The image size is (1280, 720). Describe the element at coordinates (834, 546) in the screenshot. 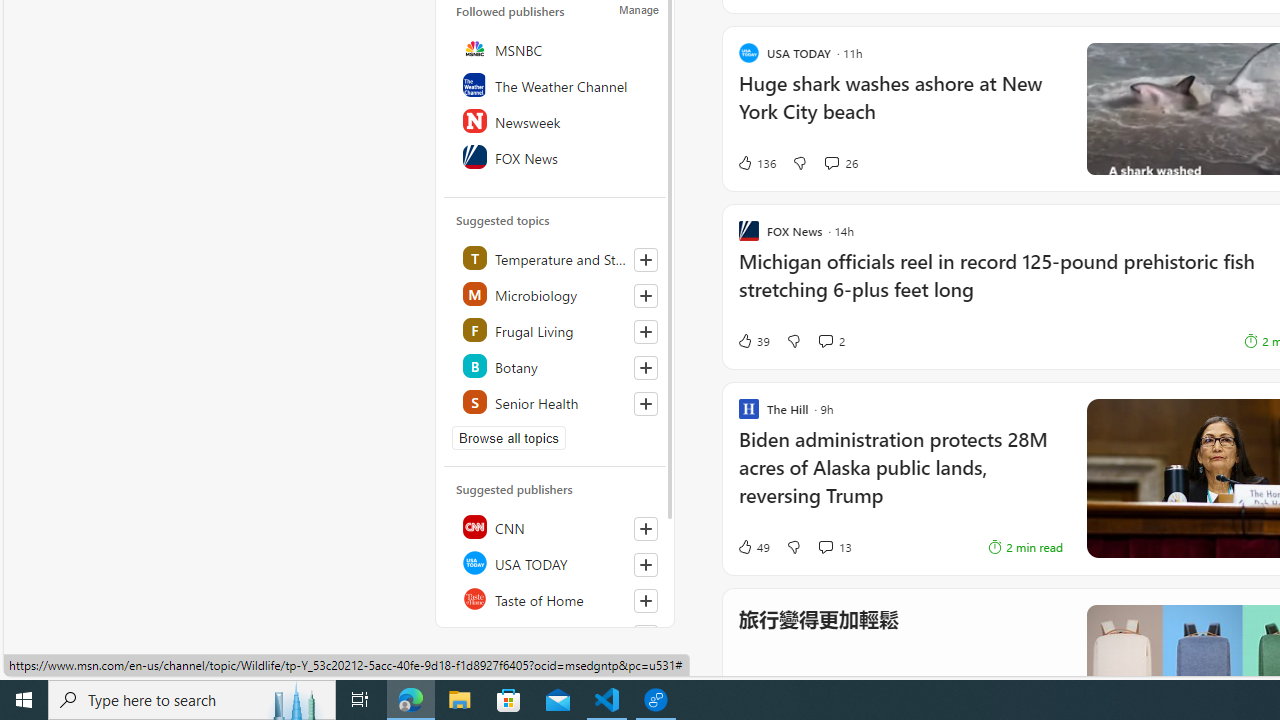

I see `'View comments 13 Comment'` at that location.